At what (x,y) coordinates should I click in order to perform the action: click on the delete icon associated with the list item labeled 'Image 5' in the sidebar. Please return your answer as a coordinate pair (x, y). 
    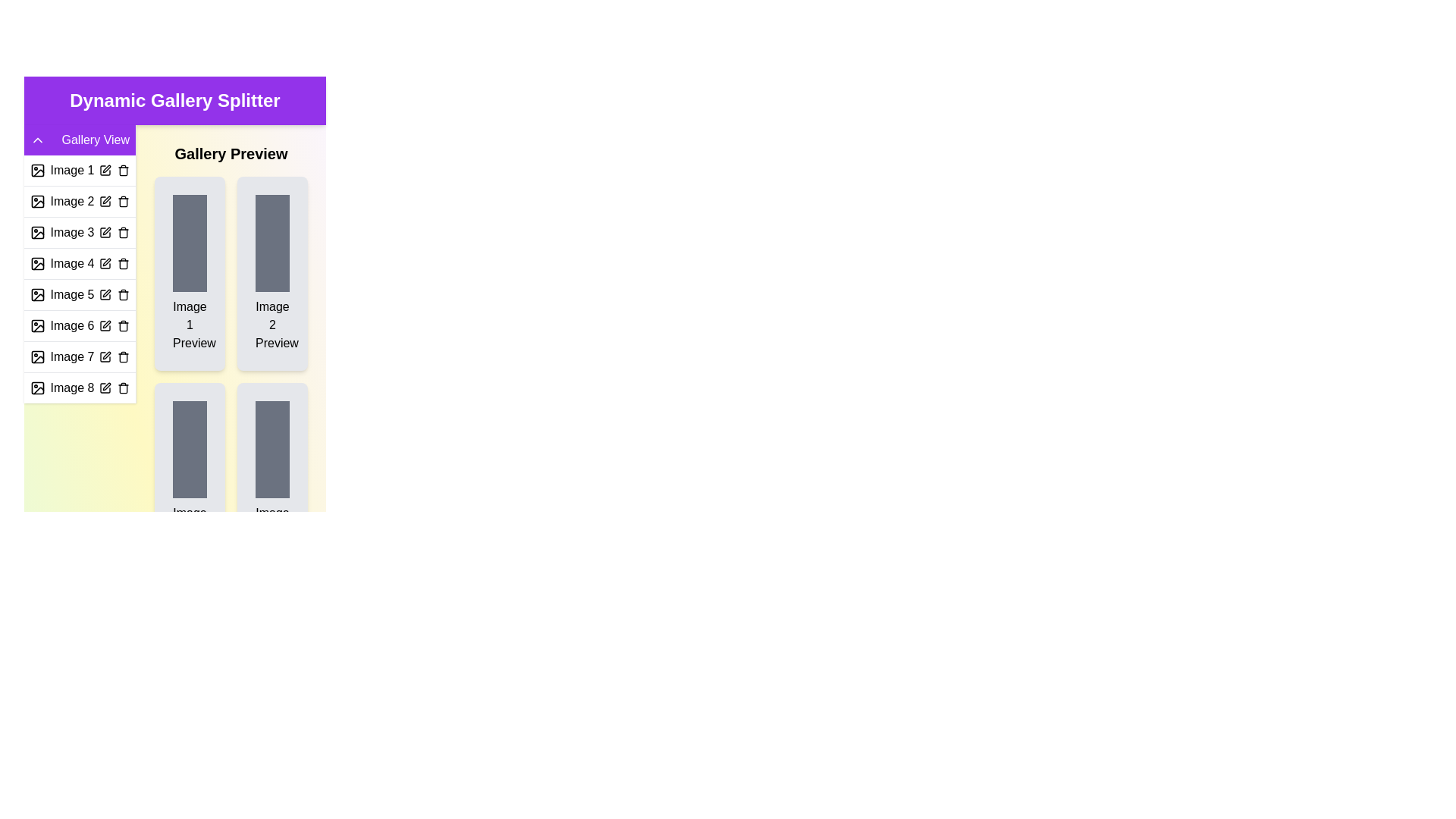
    Looking at the image, I should click on (79, 294).